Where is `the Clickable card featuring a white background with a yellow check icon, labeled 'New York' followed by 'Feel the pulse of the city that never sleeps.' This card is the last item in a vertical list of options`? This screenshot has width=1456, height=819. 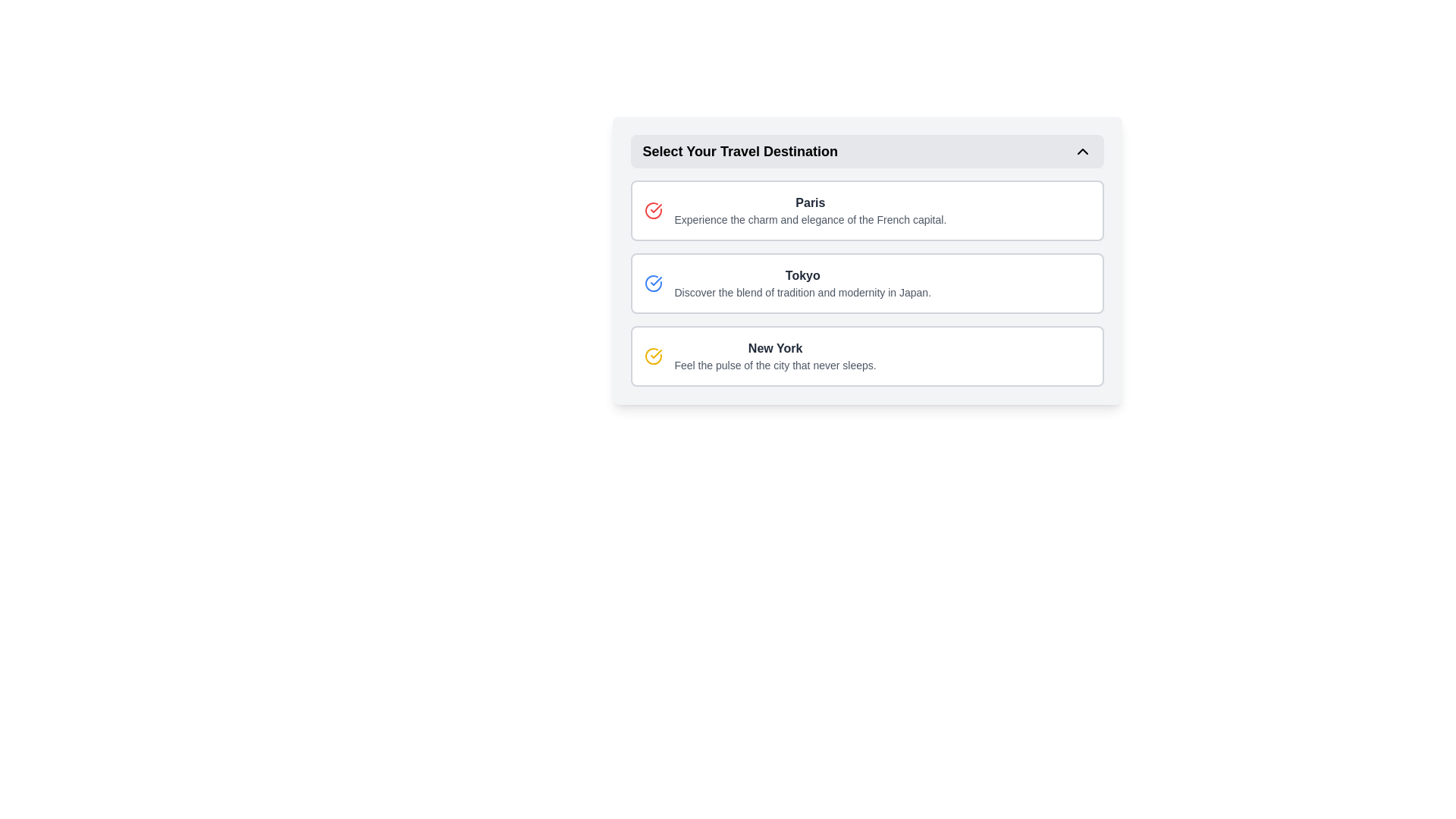
the Clickable card featuring a white background with a yellow check icon, labeled 'New York' followed by 'Feel the pulse of the city that never sleeps.' This card is the last item in a vertical list of options is located at coordinates (867, 356).